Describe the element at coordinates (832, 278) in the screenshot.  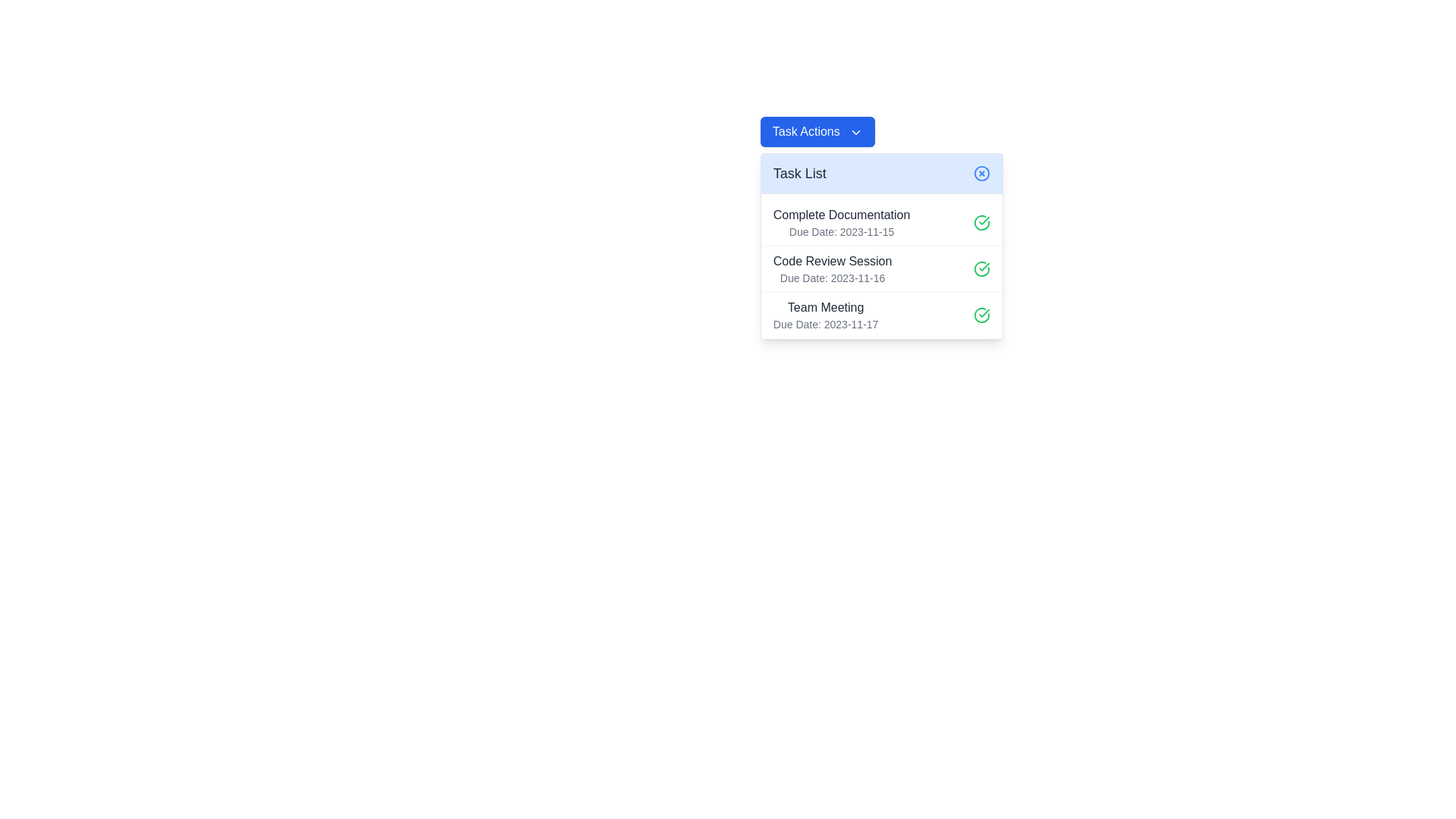
I see `due date displayed in the text label showing 'Due Date: 2023-11-16', which is styled with a smaller font size and gray color, located directly beneath the header 'Code Review Session'` at that location.